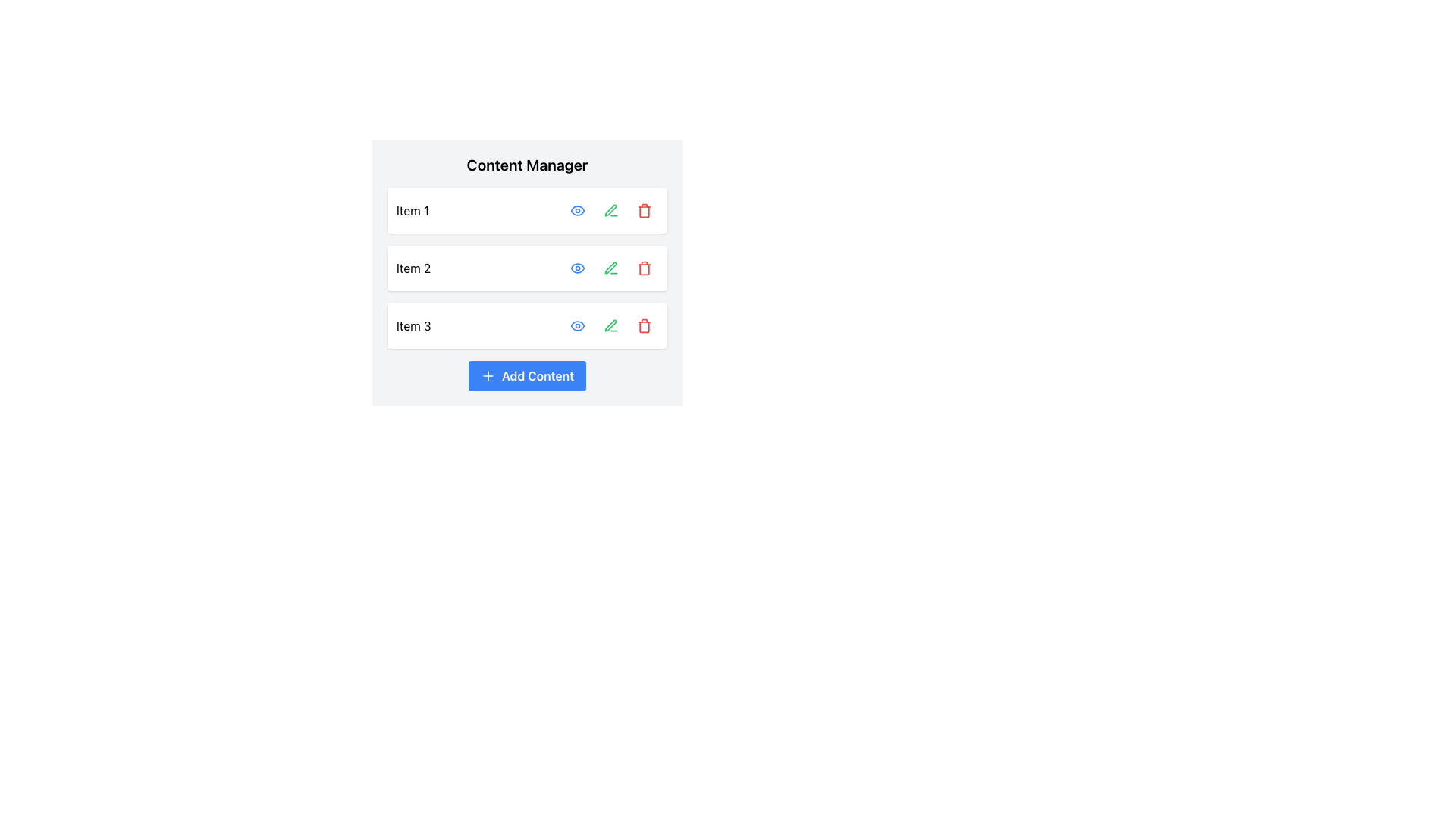 The height and width of the screenshot is (819, 1456). I want to click on the curved line of the red trash icon, which is the third control in the row of action icons for the first content item (Item 1), so click(644, 211).